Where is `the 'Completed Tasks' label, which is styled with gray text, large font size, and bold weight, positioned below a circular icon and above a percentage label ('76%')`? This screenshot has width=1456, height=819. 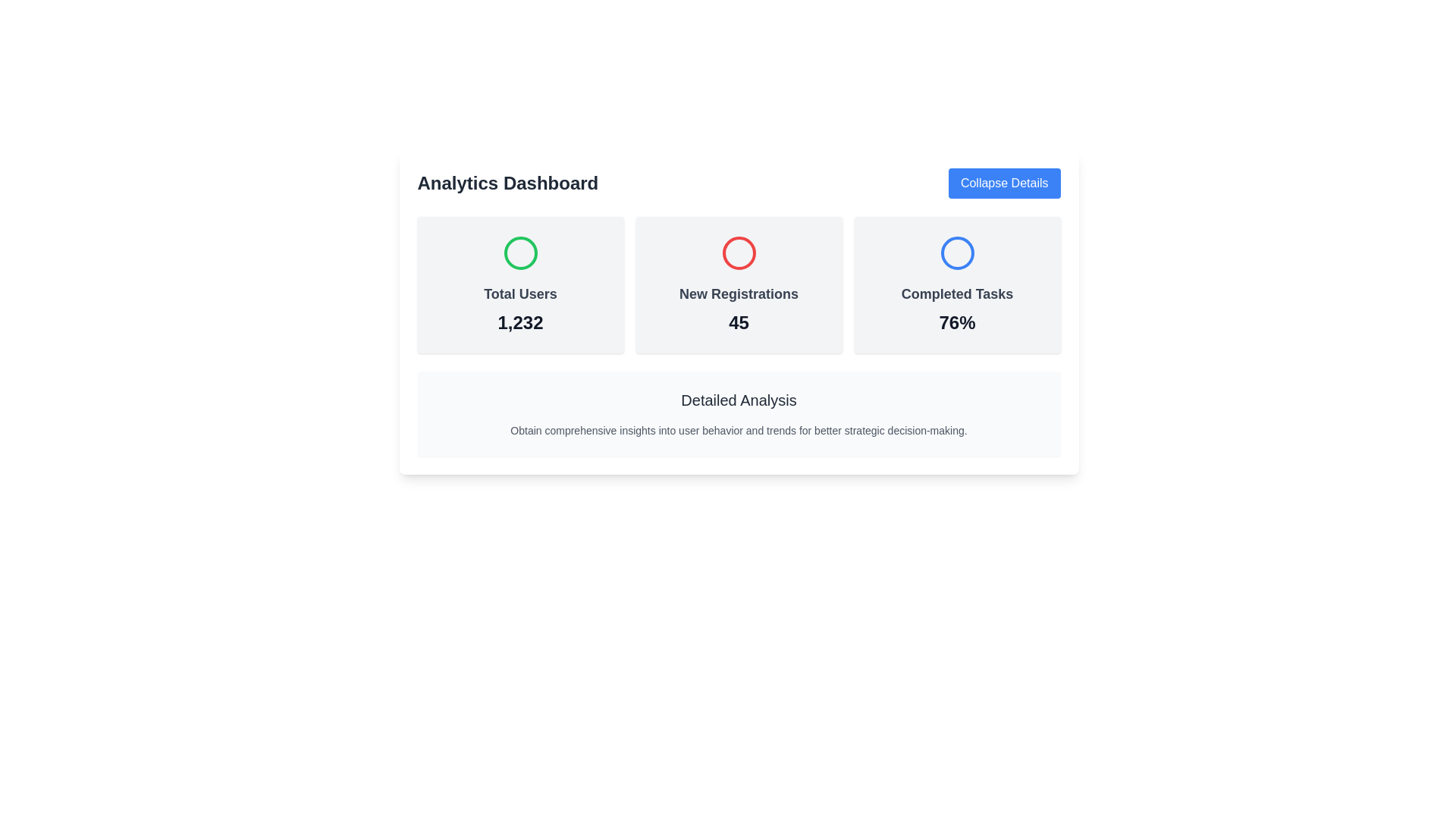 the 'Completed Tasks' label, which is styled with gray text, large font size, and bold weight, positioned below a circular icon and above a percentage label ('76%') is located at coordinates (956, 294).